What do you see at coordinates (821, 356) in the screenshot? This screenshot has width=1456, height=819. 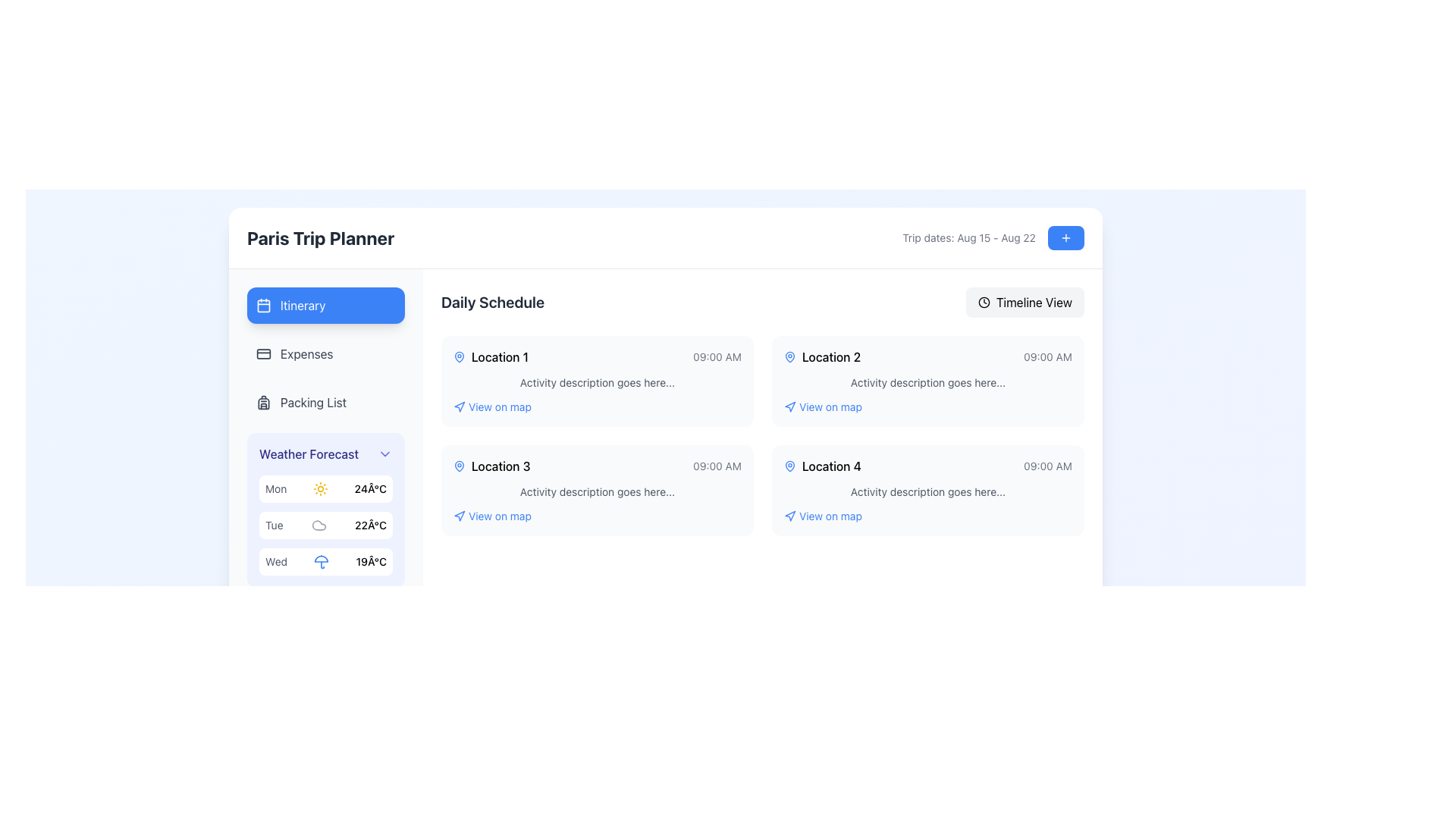 I see `text from the label identifying a specific location or destination located in the second card of the 'Daily Schedule' section, positioned below 'Location 1' and between the map pin icon and '09:00 AM'` at bounding box center [821, 356].